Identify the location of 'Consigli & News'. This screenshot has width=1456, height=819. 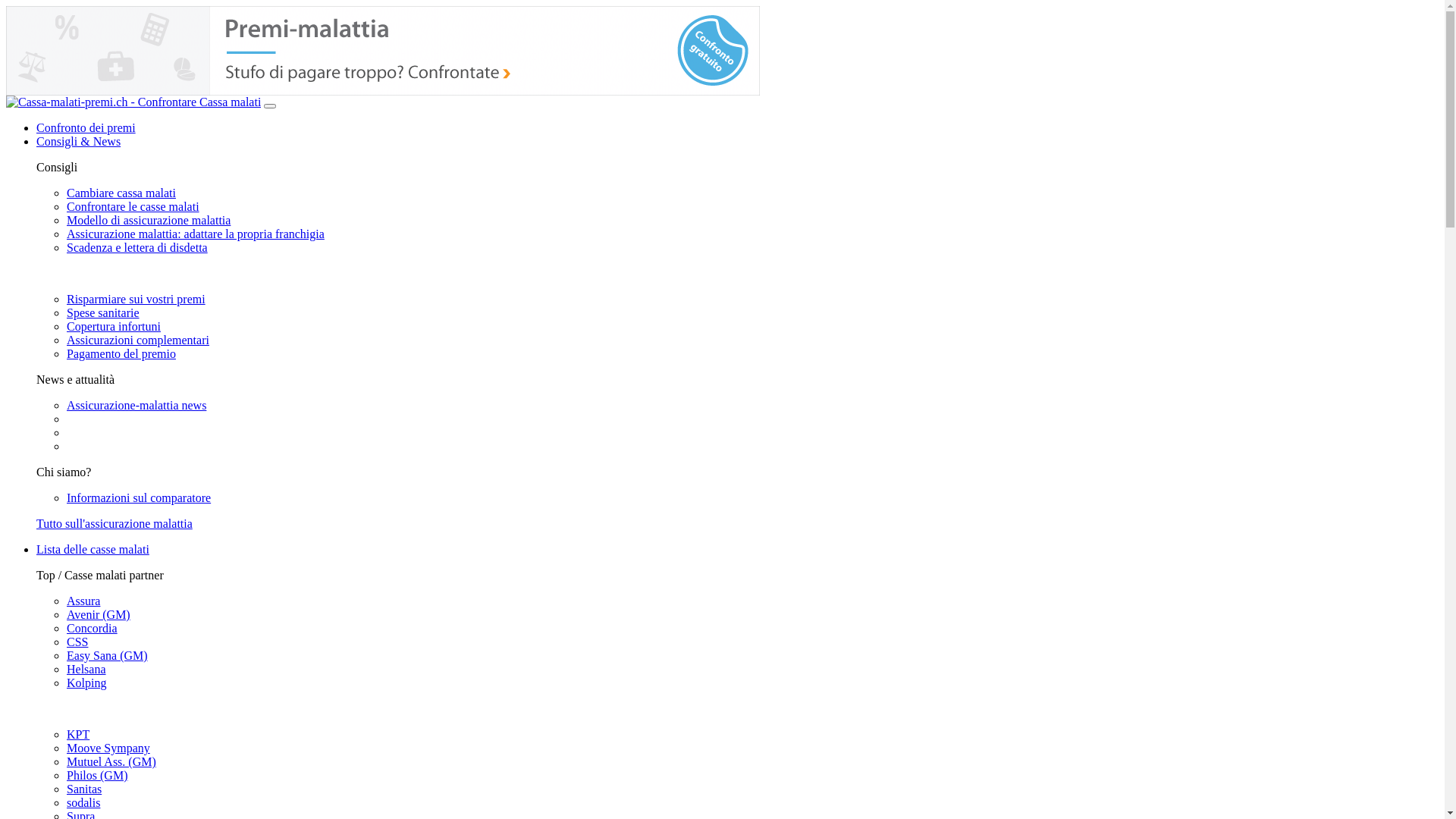
(77, 141).